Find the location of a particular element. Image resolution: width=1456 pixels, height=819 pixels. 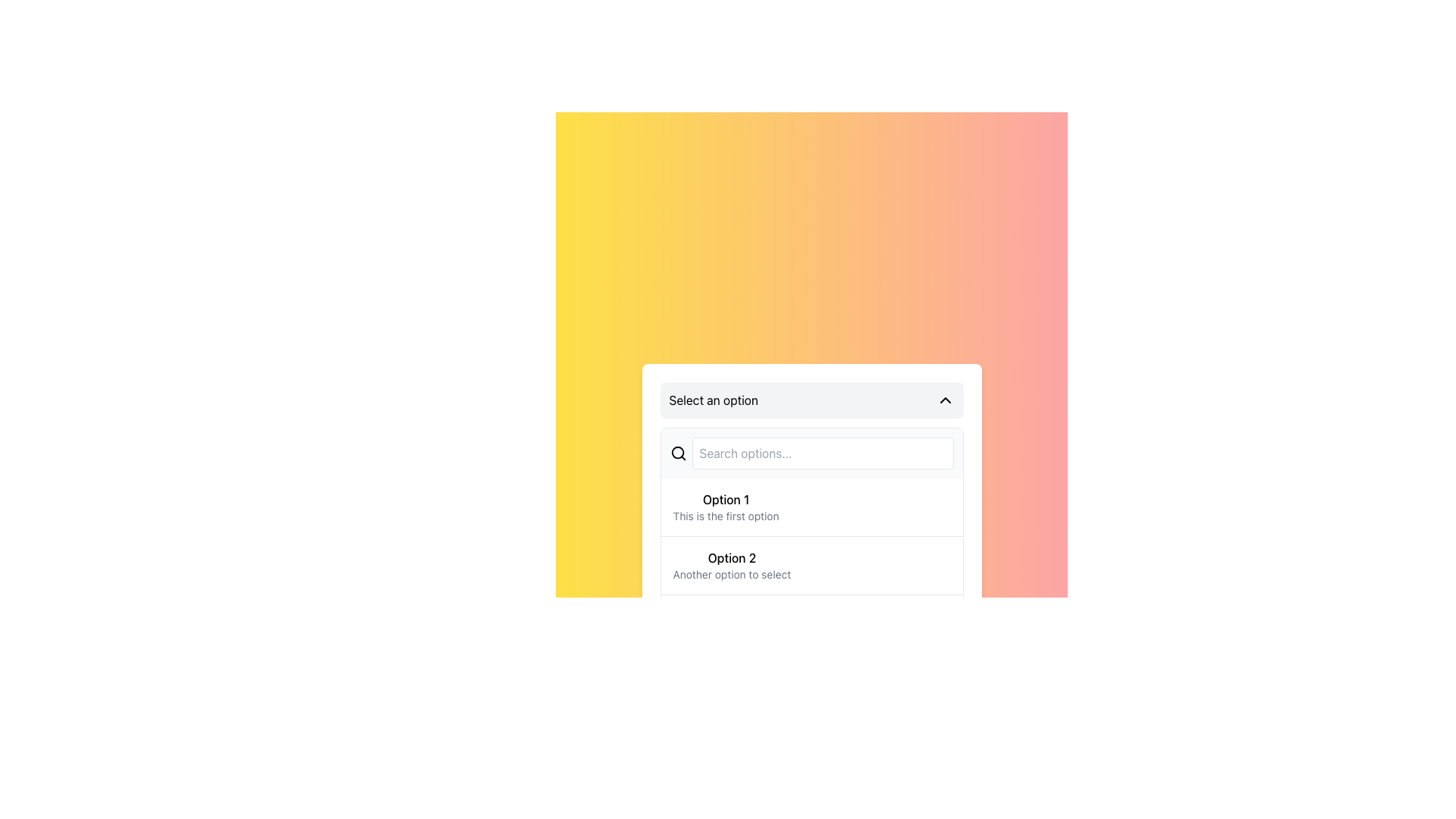

the 'Option 2' label with subtext is located at coordinates (732, 565).